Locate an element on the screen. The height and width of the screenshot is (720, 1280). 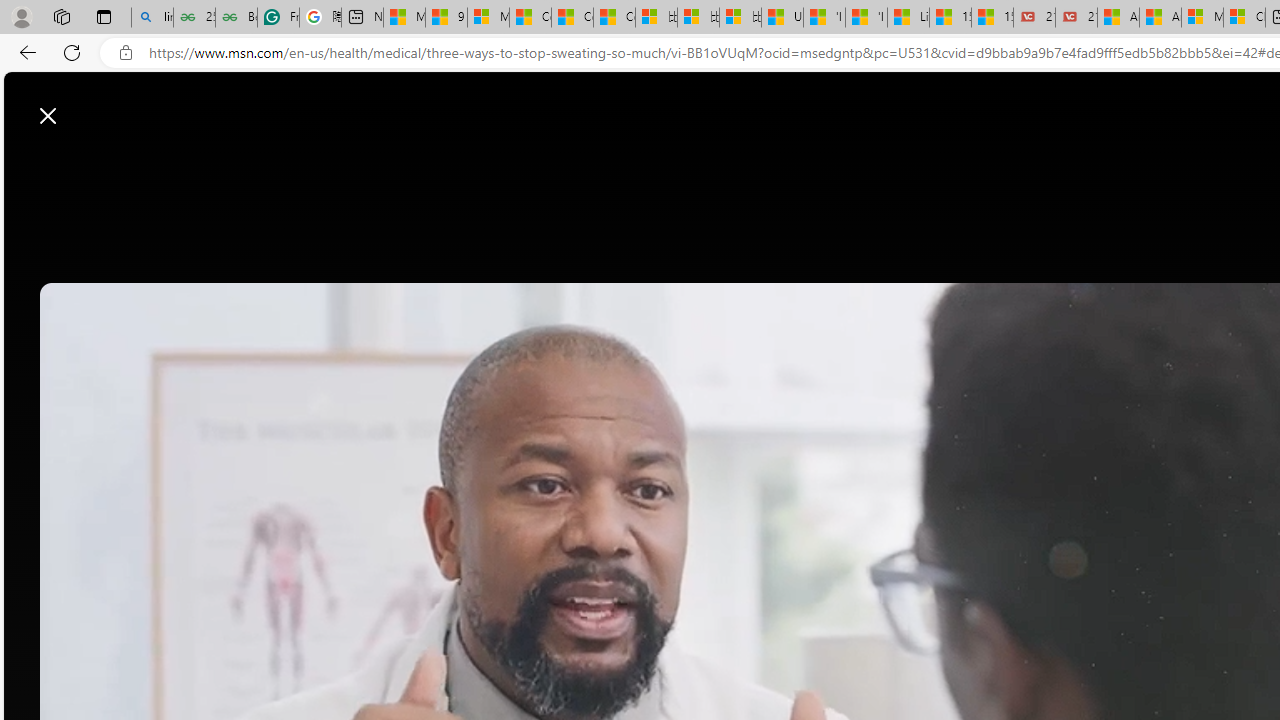
'21 Movies That Outdid the Books They Were Based On' is located at coordinates (1075, 17).